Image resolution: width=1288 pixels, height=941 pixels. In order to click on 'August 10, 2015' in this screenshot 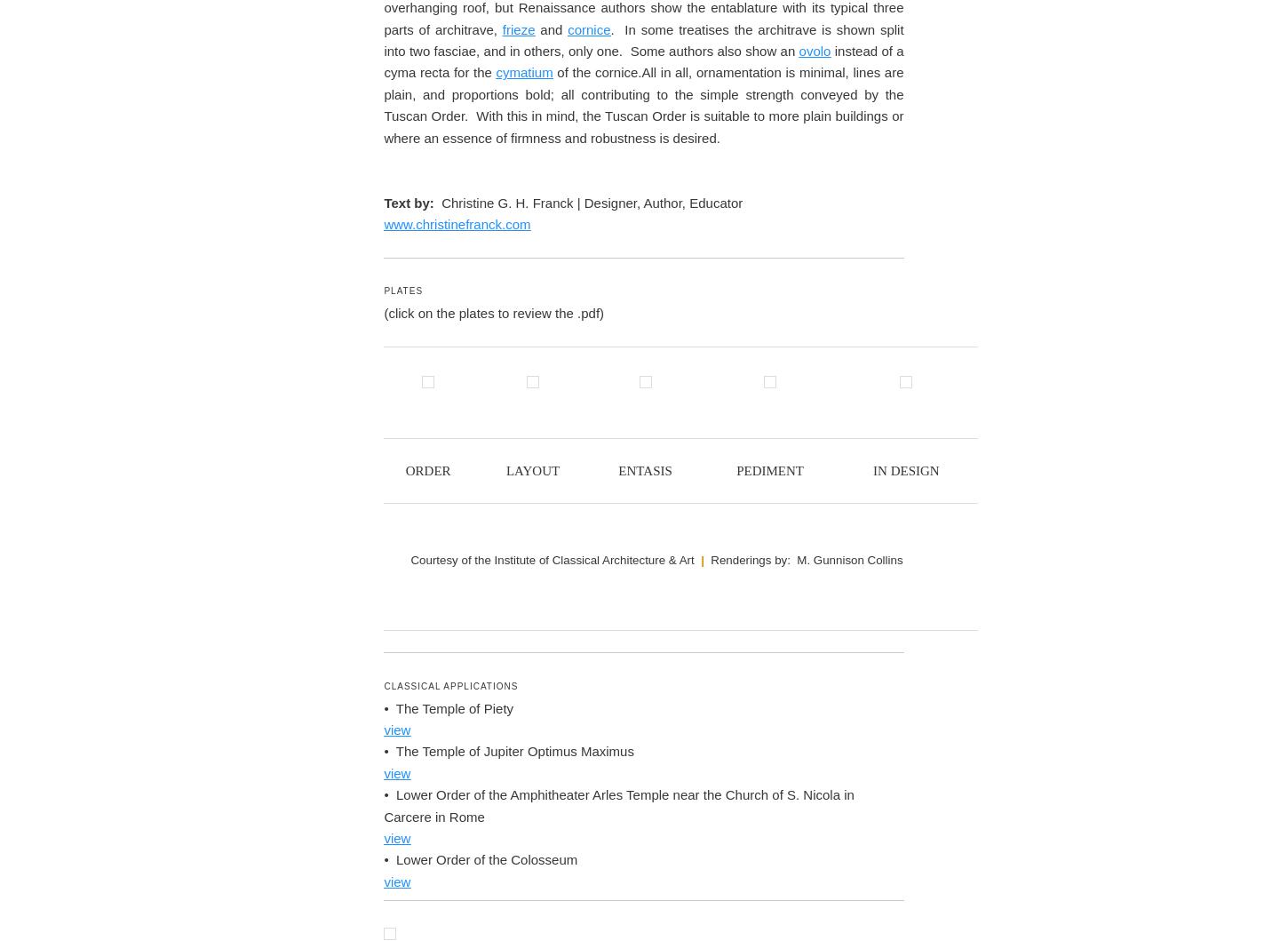, I will do `click(475, 236)`.